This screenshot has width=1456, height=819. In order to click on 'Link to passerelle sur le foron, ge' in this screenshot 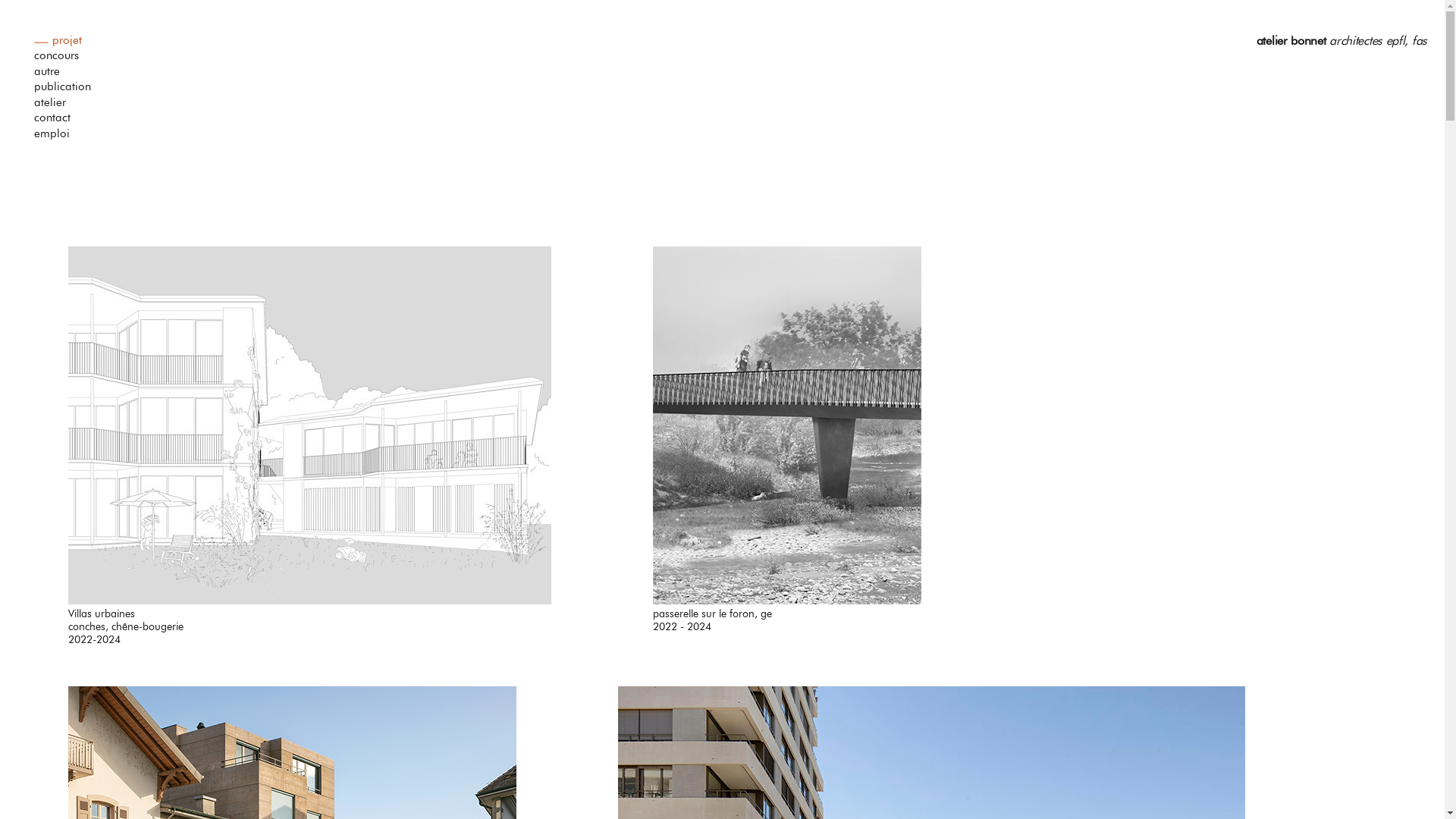, I will do `click(652, 425)`.